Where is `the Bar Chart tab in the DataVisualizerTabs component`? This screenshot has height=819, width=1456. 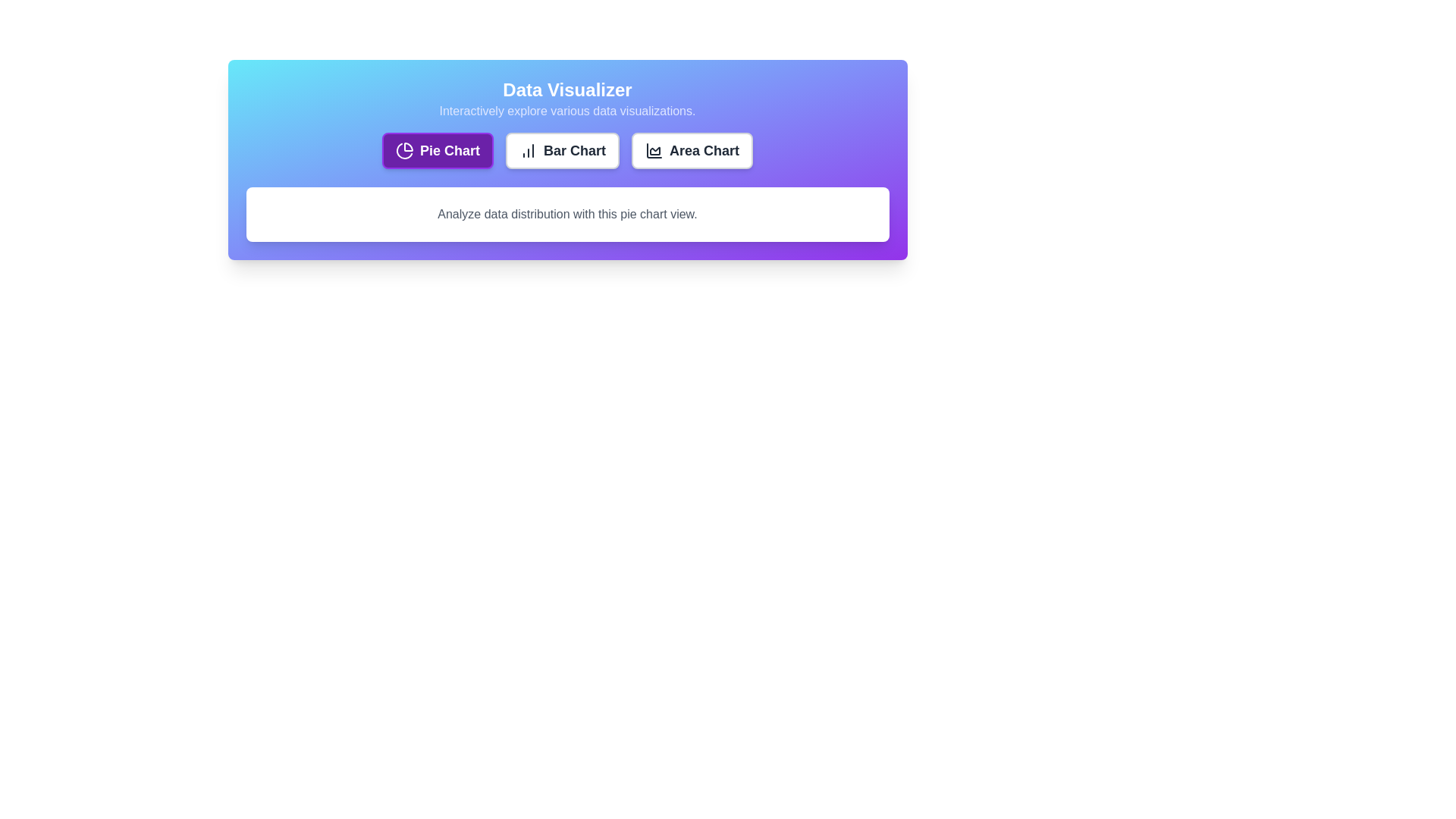
the Bar Chart tab in the DataVisualizerTabs component is located at coordinates (562, 151).